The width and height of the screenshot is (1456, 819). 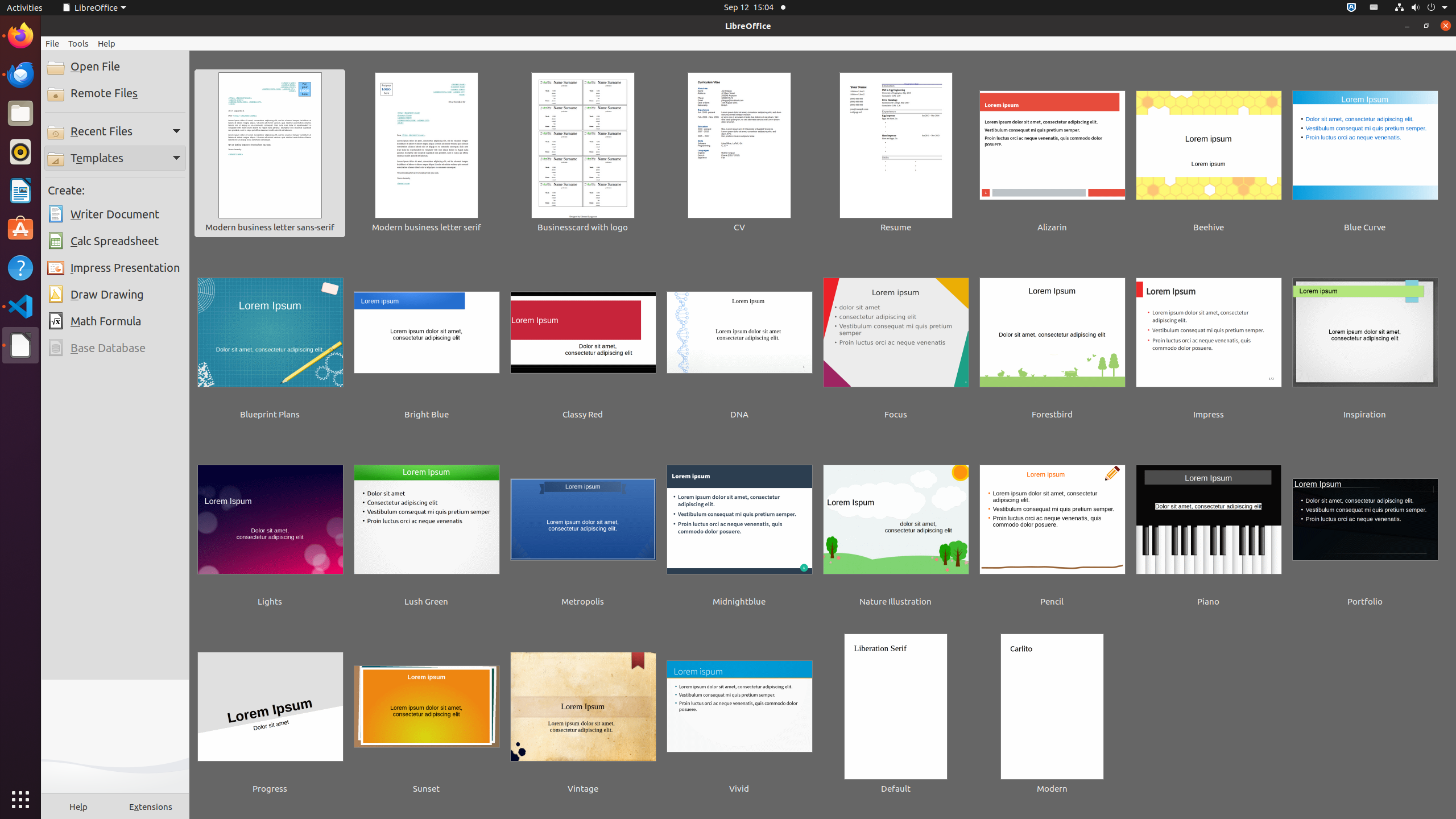 I want to click on 'Vivid', so click(x=739, y=714).